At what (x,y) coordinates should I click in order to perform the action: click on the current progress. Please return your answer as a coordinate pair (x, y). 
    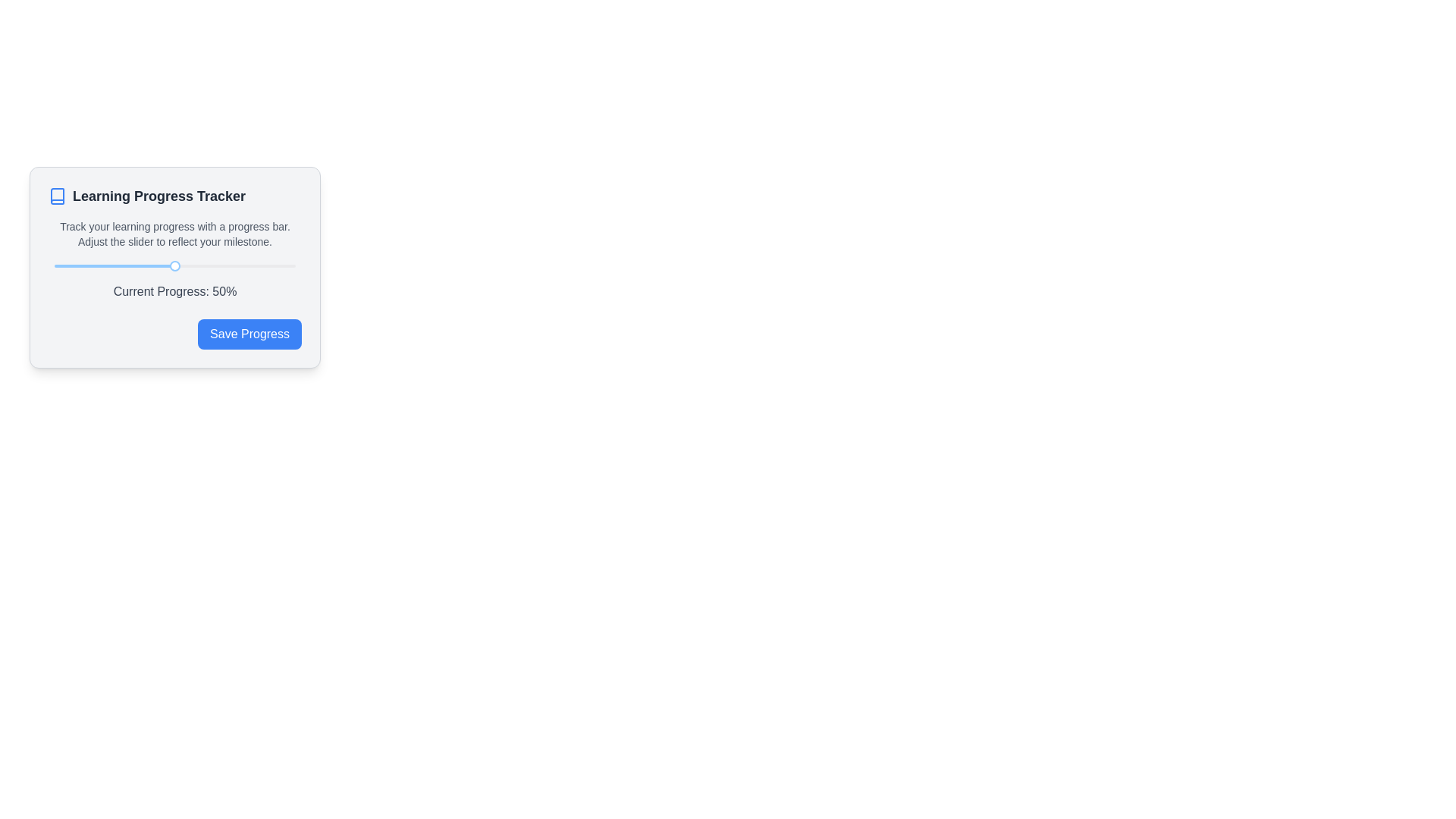
    Looking at the image, I should click on (200, 265).